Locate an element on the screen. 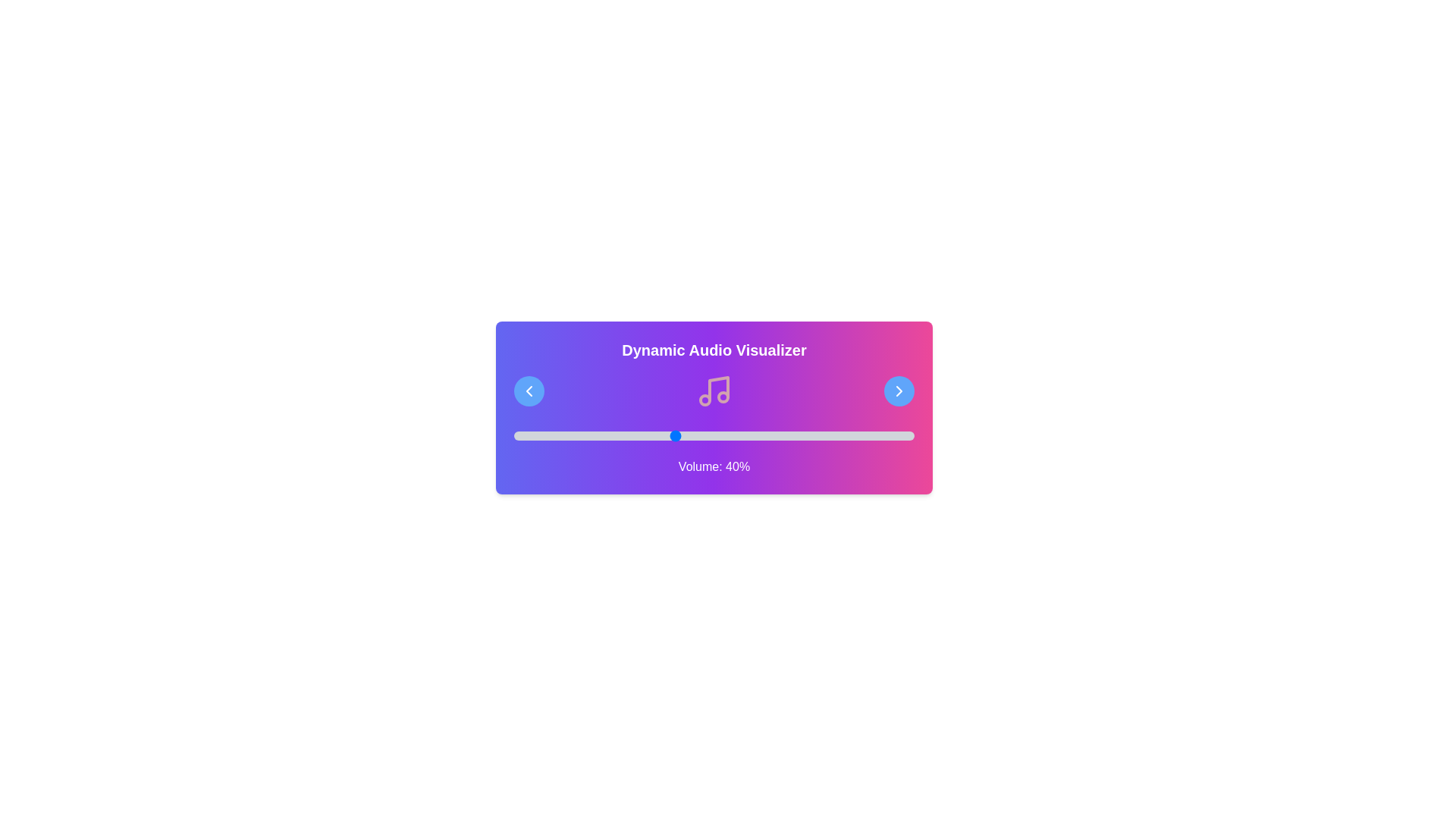  the volume slider to set the volume to 96% is located at coordinates (898, 435).